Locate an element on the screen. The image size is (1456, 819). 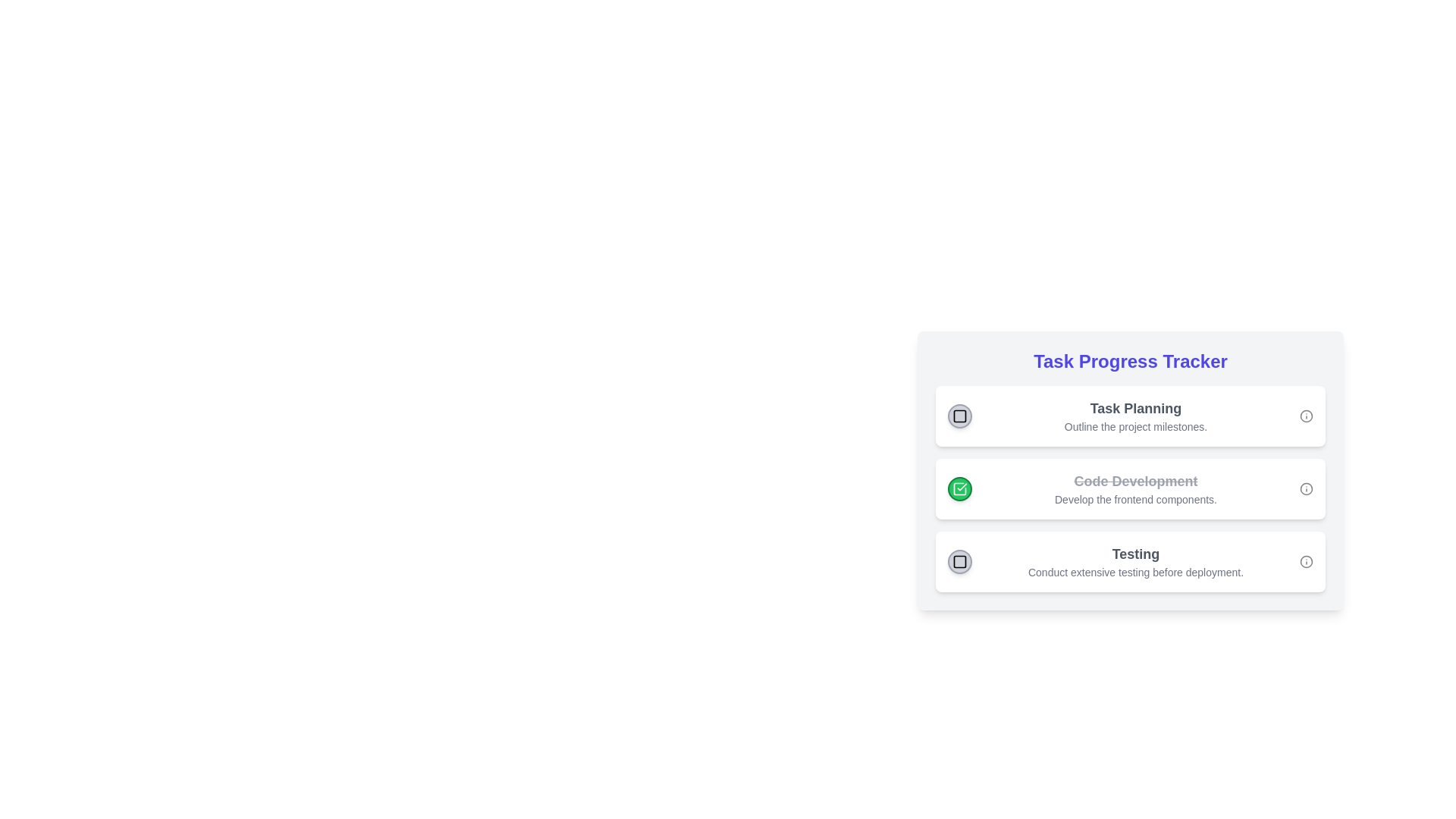
the text label displaying 'Develop the frontend components.' which is styled in small, light gray font and located below the title 'Code Development.' is located at coordinates (1135, 500).